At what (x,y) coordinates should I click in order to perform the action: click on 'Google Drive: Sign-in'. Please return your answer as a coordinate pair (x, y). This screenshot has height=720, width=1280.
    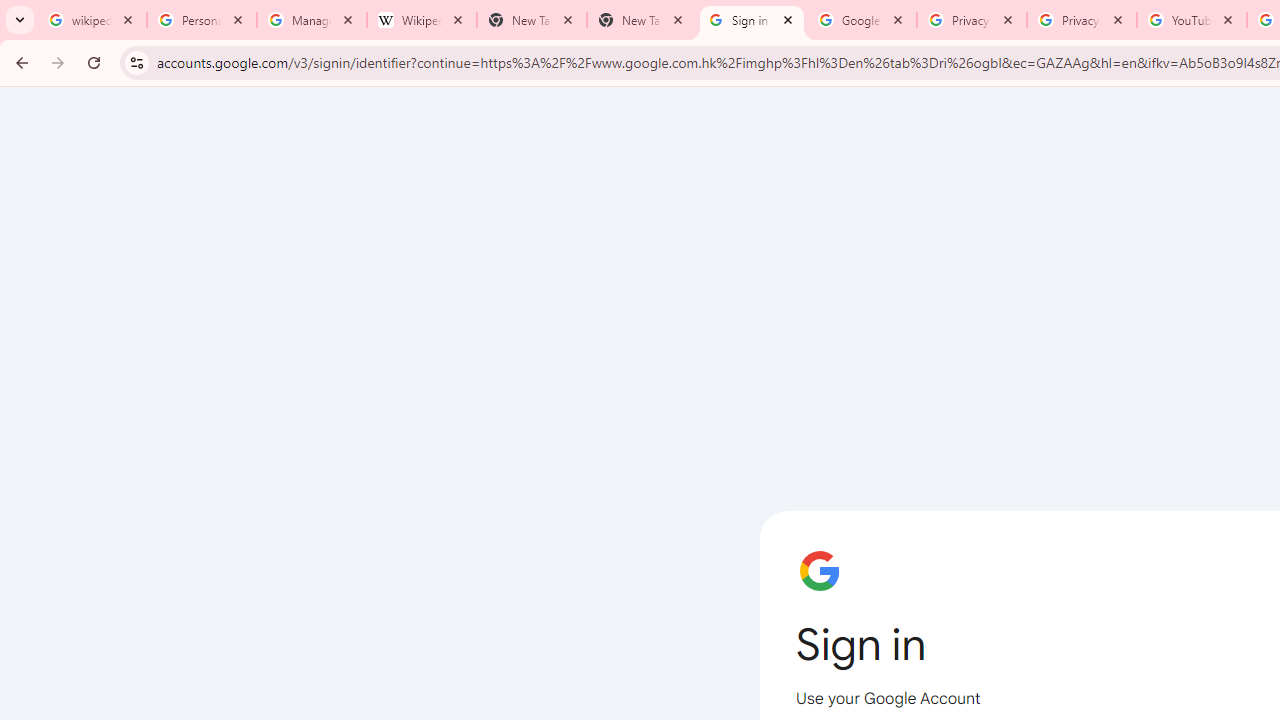
    Looking at the image, I should click on (861, 20).